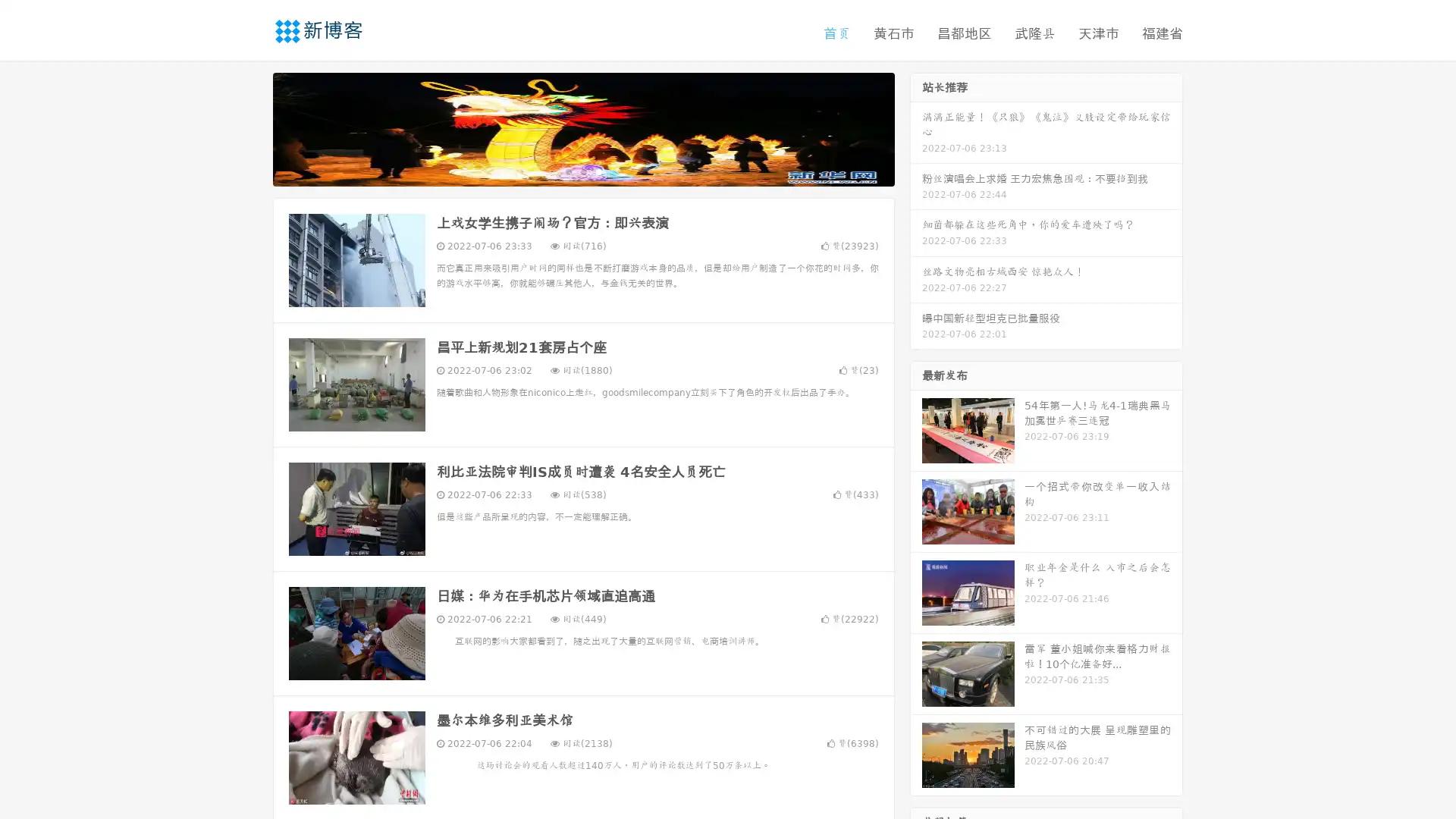  What do you see at coordinates (567, 171) in the screenshot?
I see `Go to slide 1` at bounding box center [567, 171].